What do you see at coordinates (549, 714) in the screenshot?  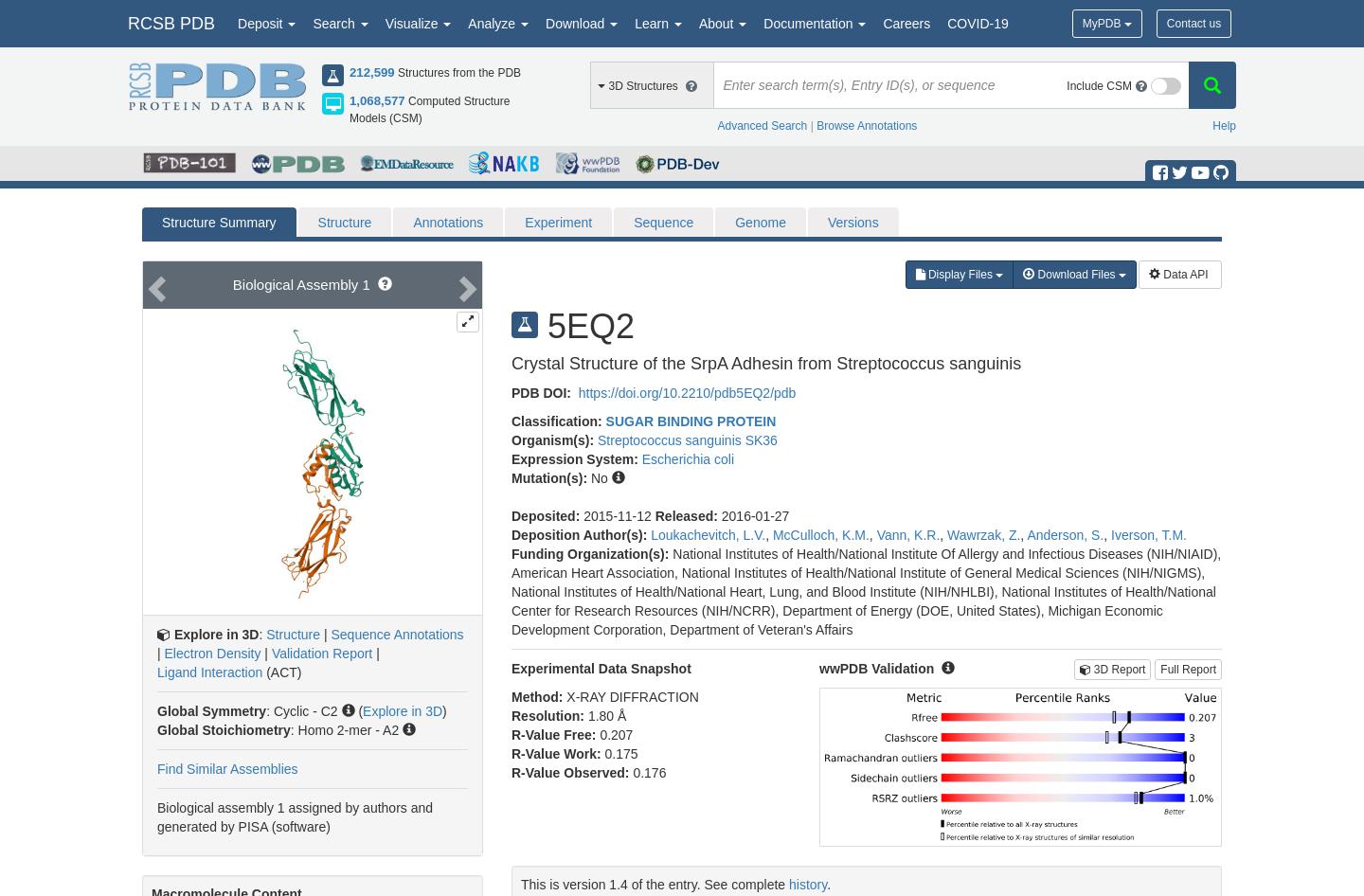 I see `'Resolution:'` at bounding box center [549, 714].